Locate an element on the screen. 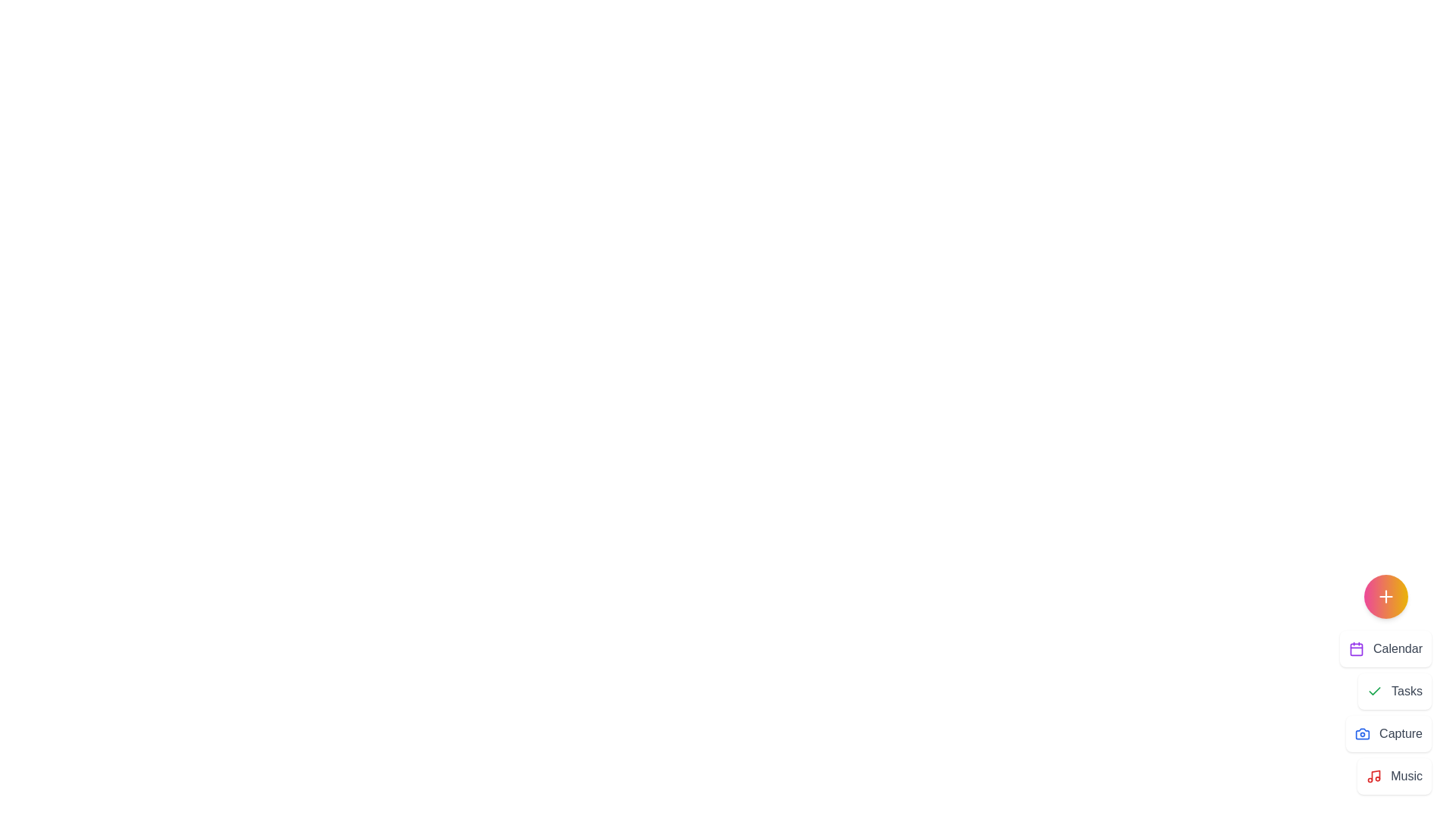 The width and height of the screenshot is (1456, 819). the menu item Calendar to trigger its associated action is located at coordinates (1385, 648).